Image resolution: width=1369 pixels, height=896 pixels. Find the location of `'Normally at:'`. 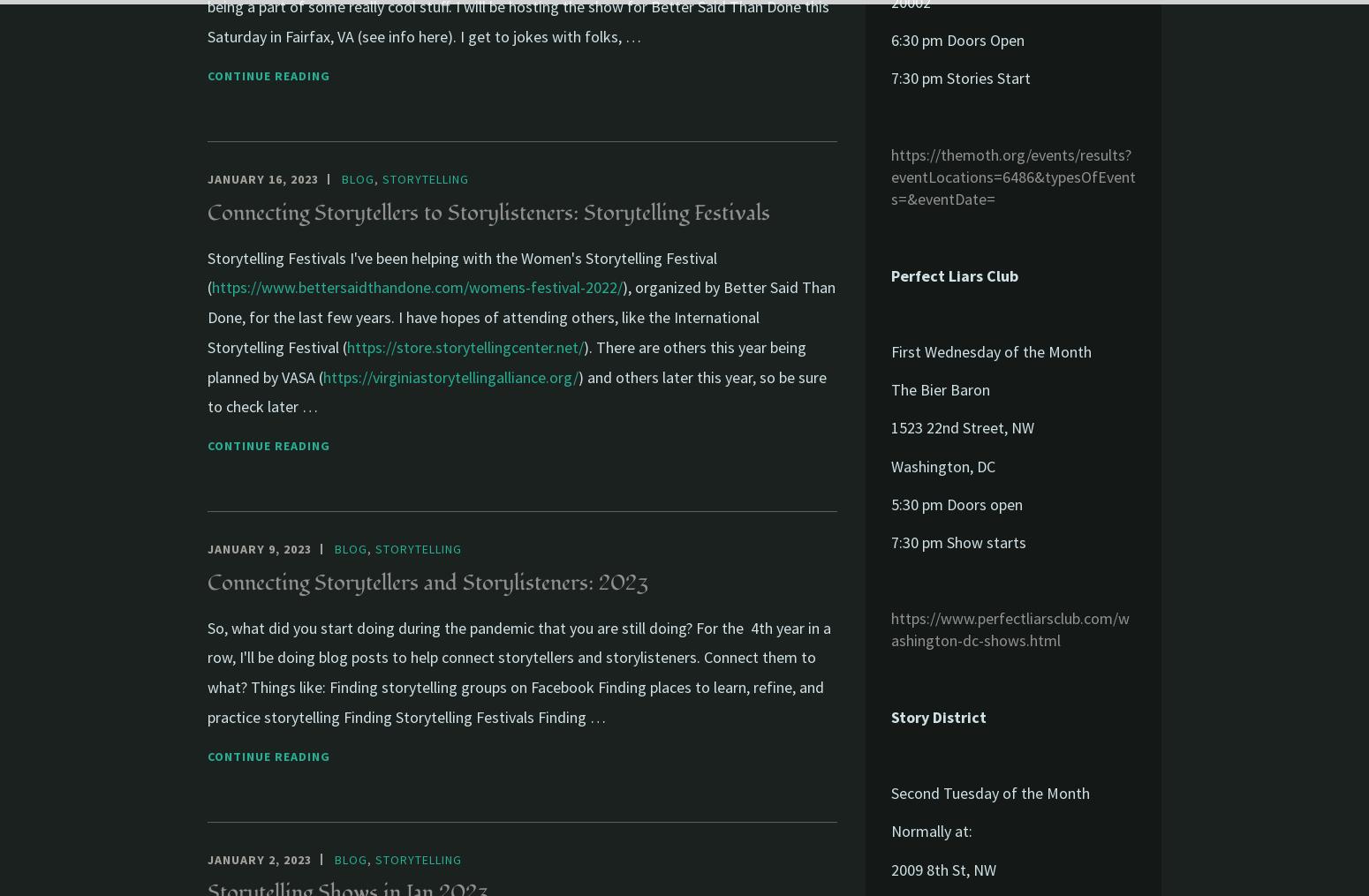

'Normally at:' is located at coordinates (931, 830).